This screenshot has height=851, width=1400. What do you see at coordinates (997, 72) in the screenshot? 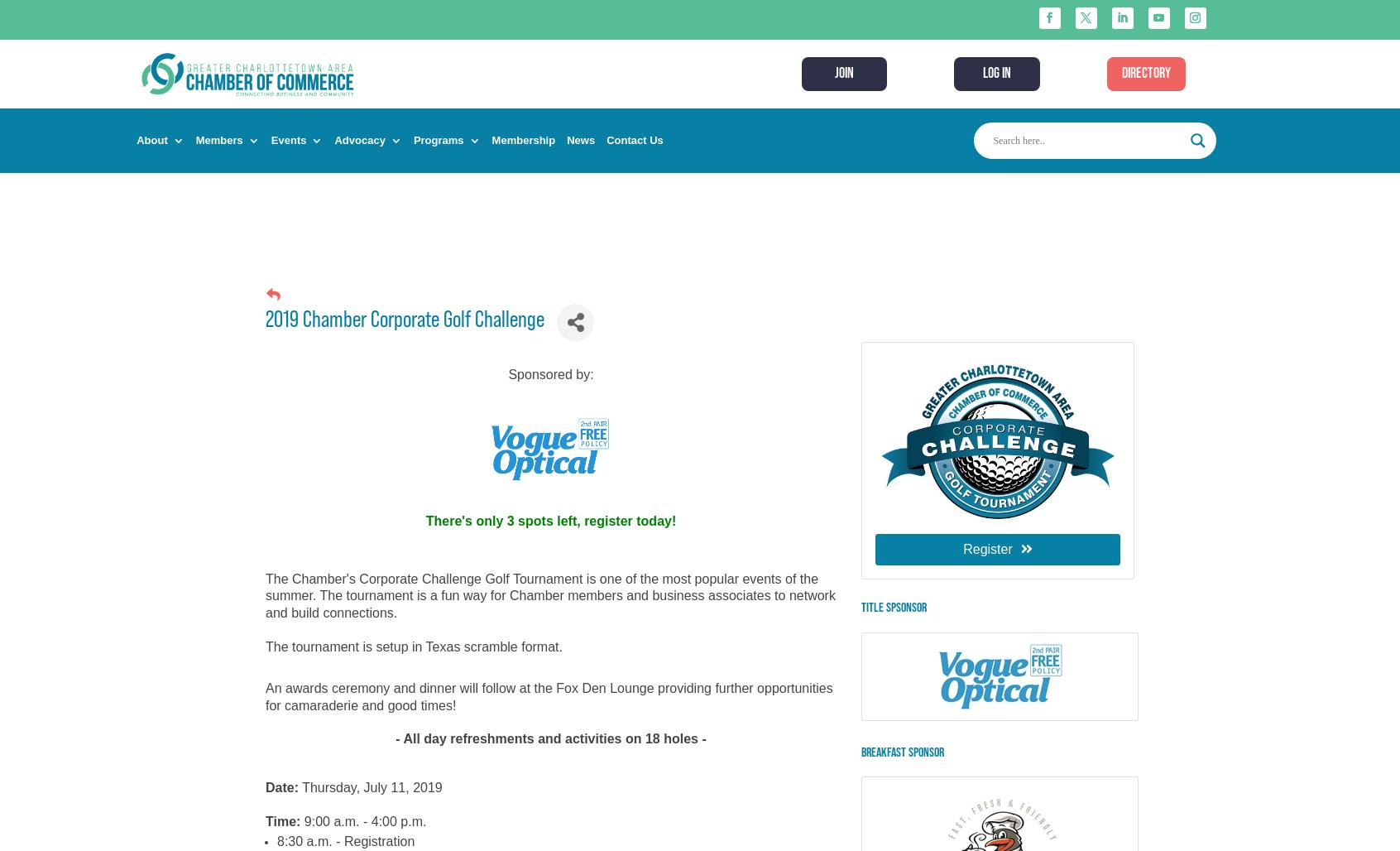
I see `'LOG IN'` at bounding box center [997, 72].